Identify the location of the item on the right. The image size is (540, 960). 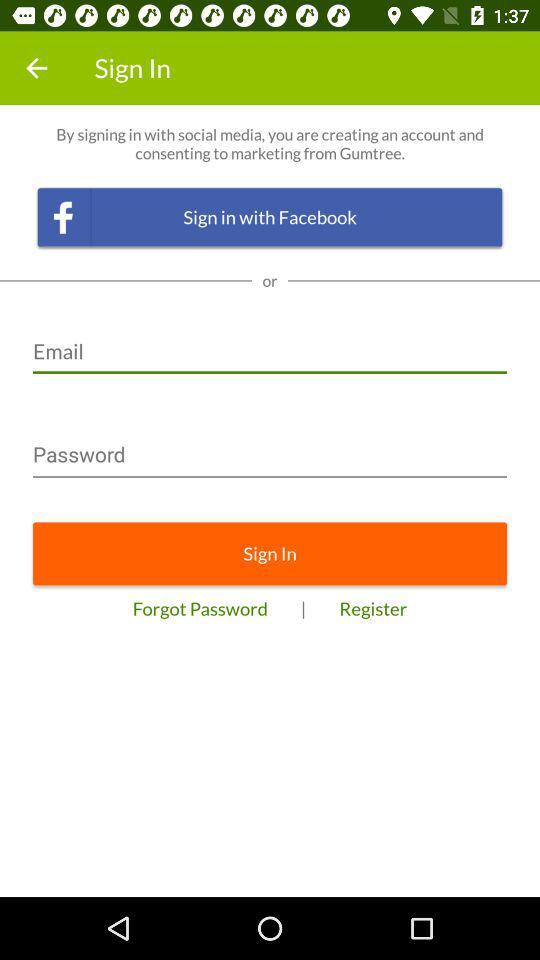
(373, 607).